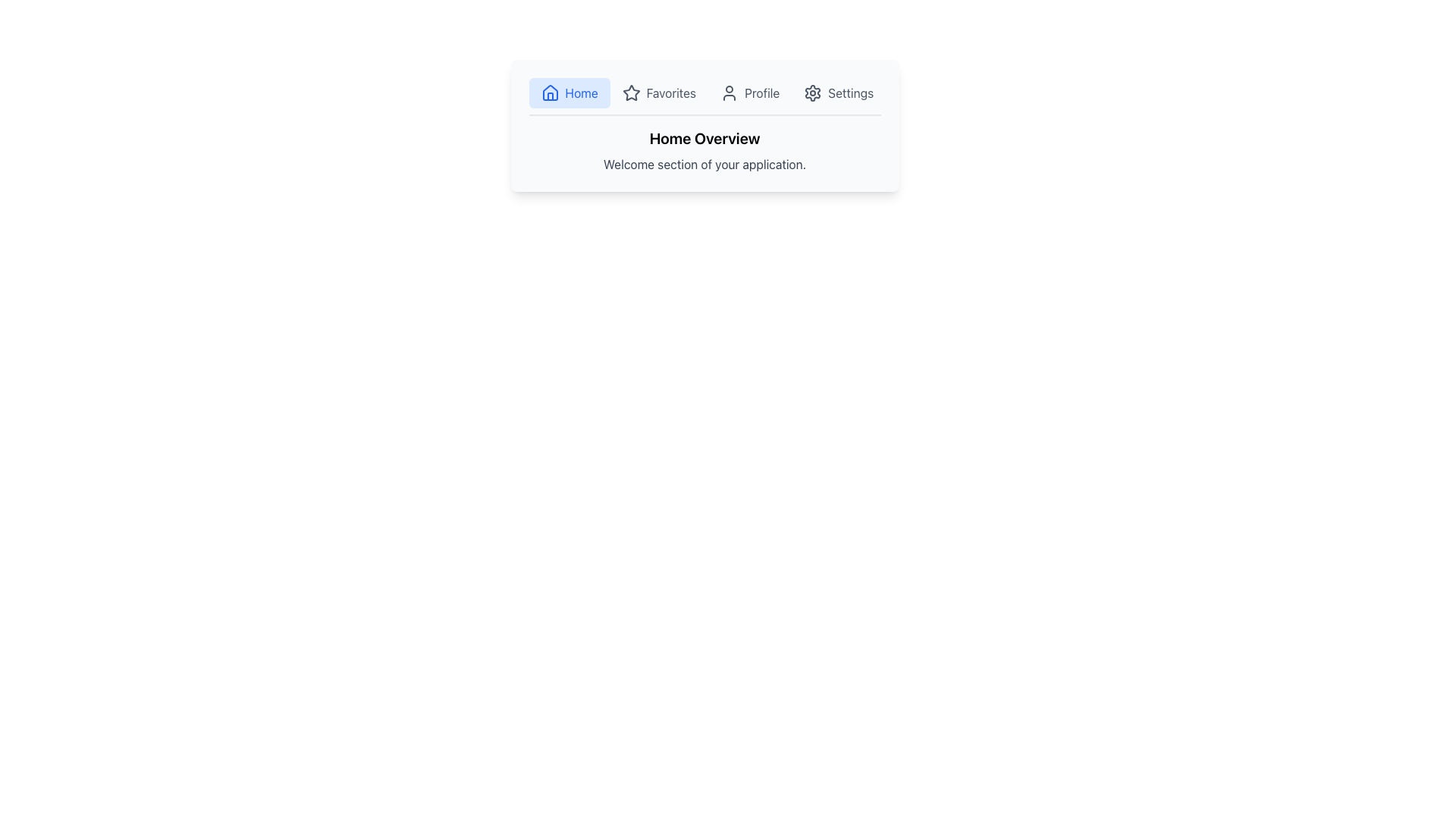 The width and height of the screenshot is (1456, 819). Describe the element at coordinates (762, 93) in the screenshot. I see `the 'Profile' text label in the navigation menu` at that location.